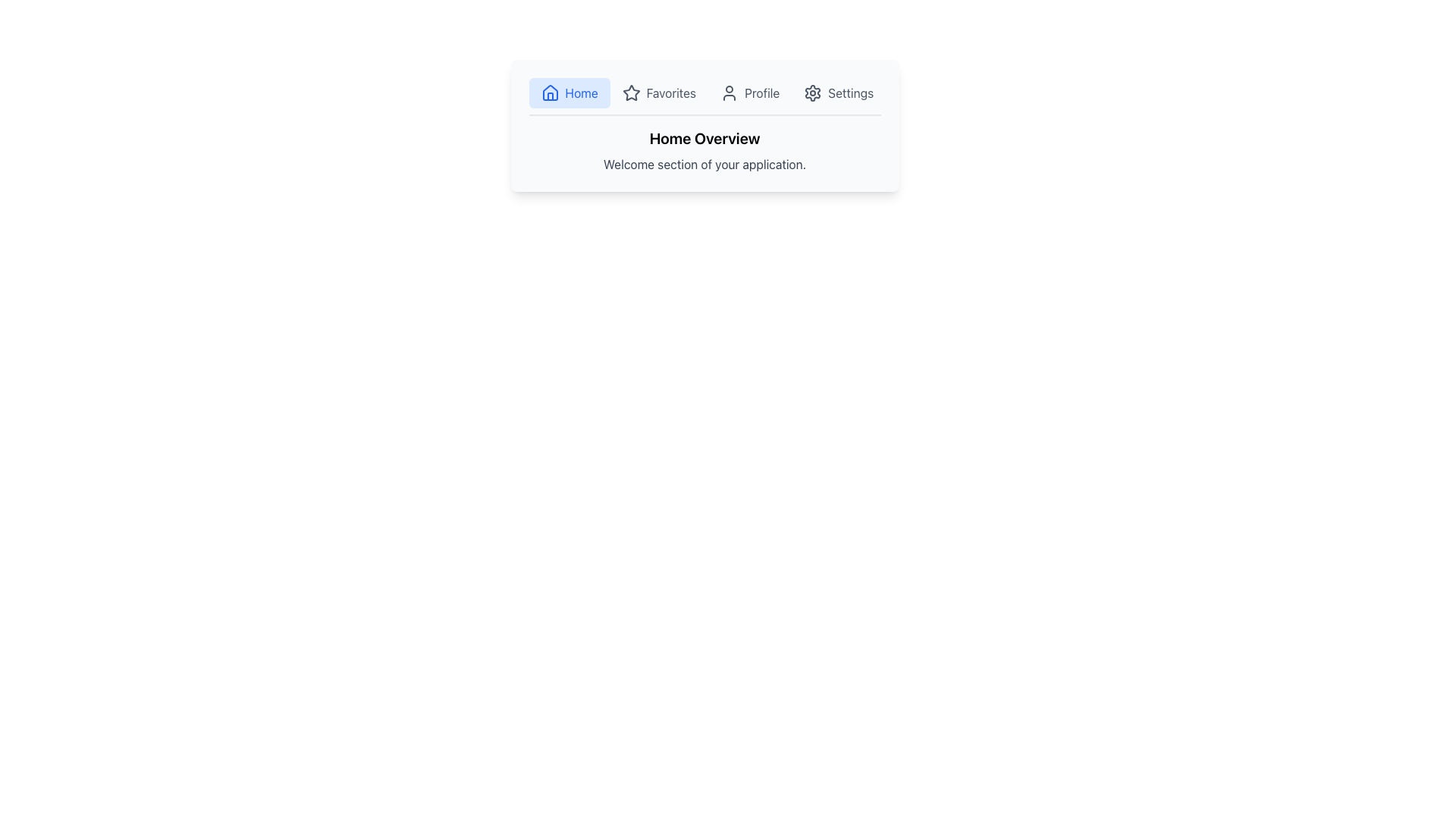 The width and height of the screenshot is (1456, 819). Describe the element at coordinates (762, 93) in the screenshot. I see `the 'Profile' text label in the navigation menu` at that location.